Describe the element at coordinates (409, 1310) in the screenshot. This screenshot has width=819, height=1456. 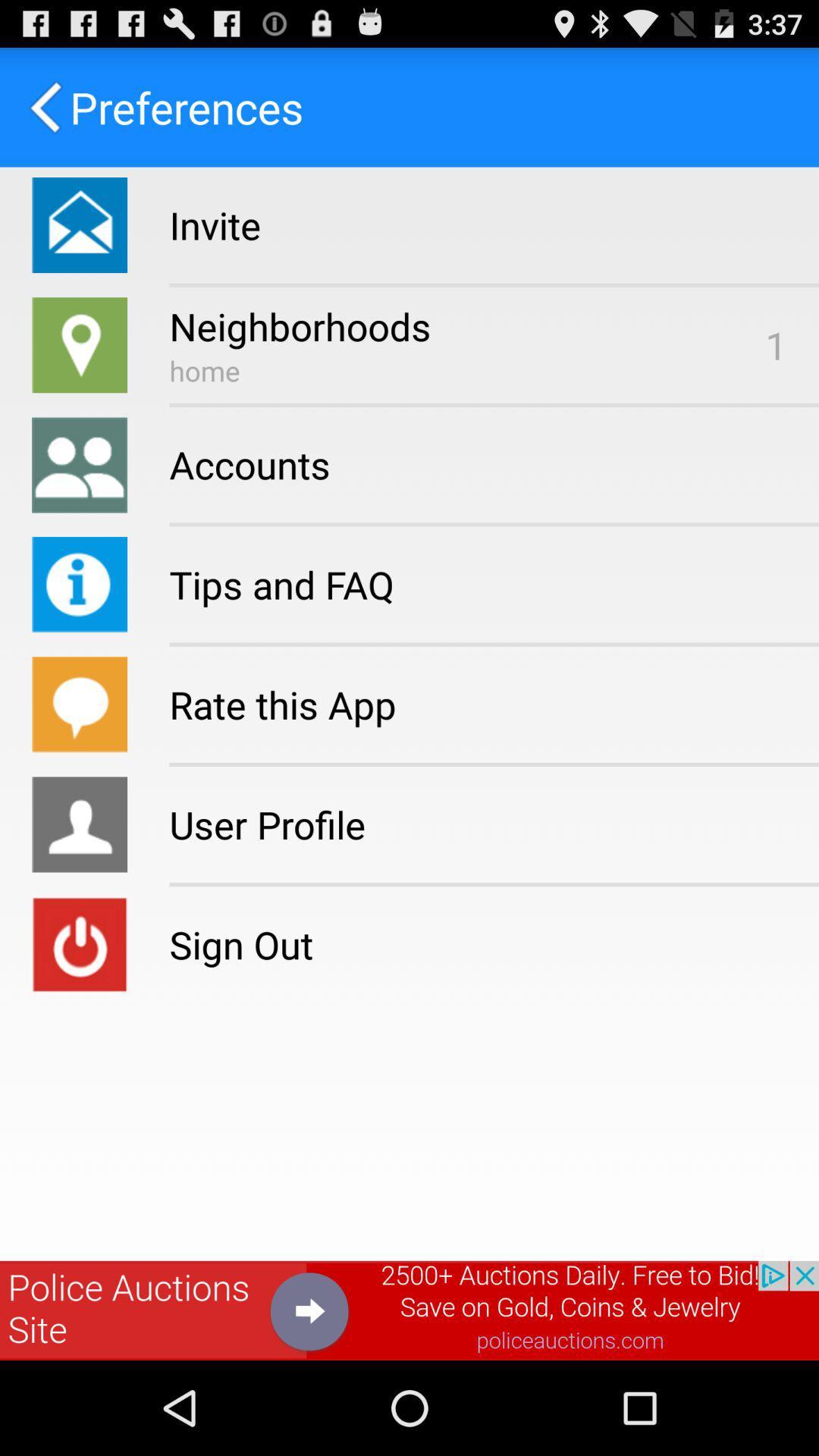
I see `click add` at that location.